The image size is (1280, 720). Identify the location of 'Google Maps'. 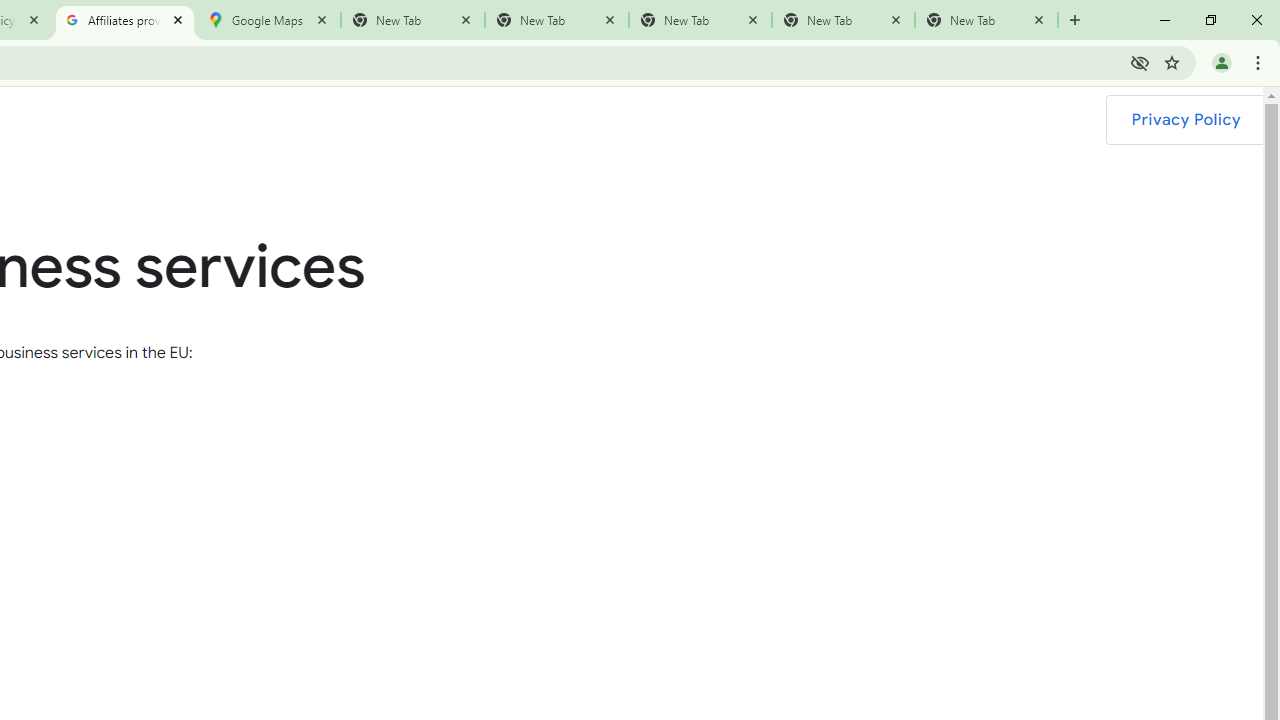
(267, 20).